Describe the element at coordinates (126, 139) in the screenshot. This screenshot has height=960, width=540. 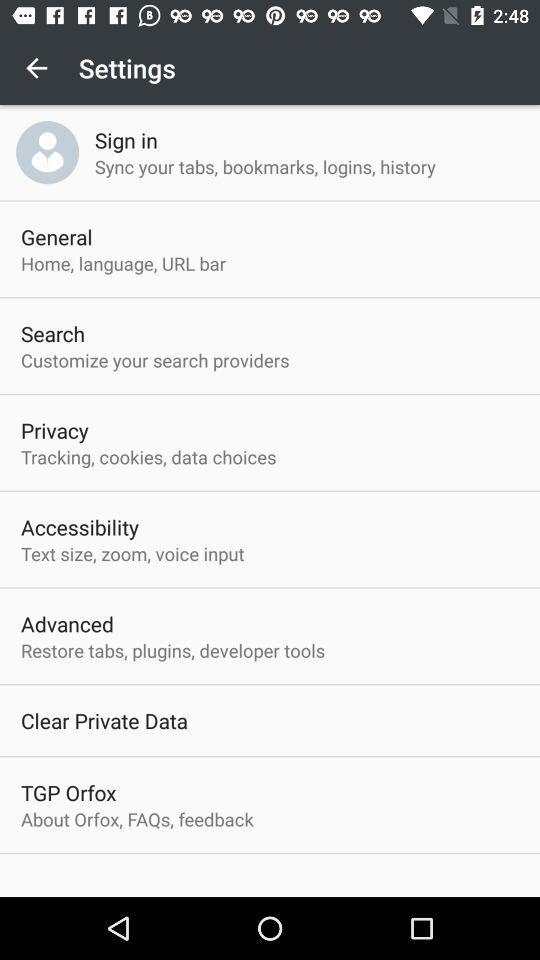
I see `icon above the sync your tabs` at that location.